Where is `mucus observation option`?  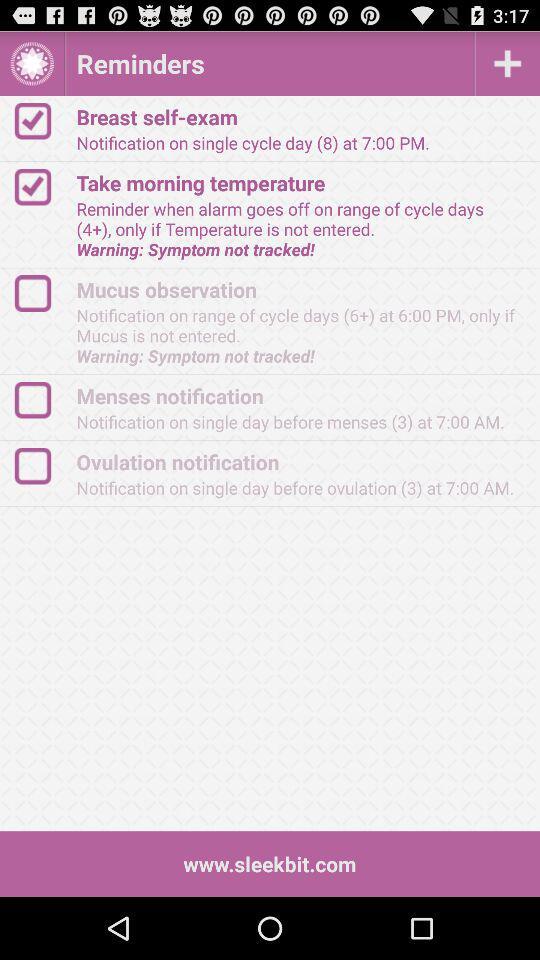
mucus observation option is located at coordinates (42, 292).